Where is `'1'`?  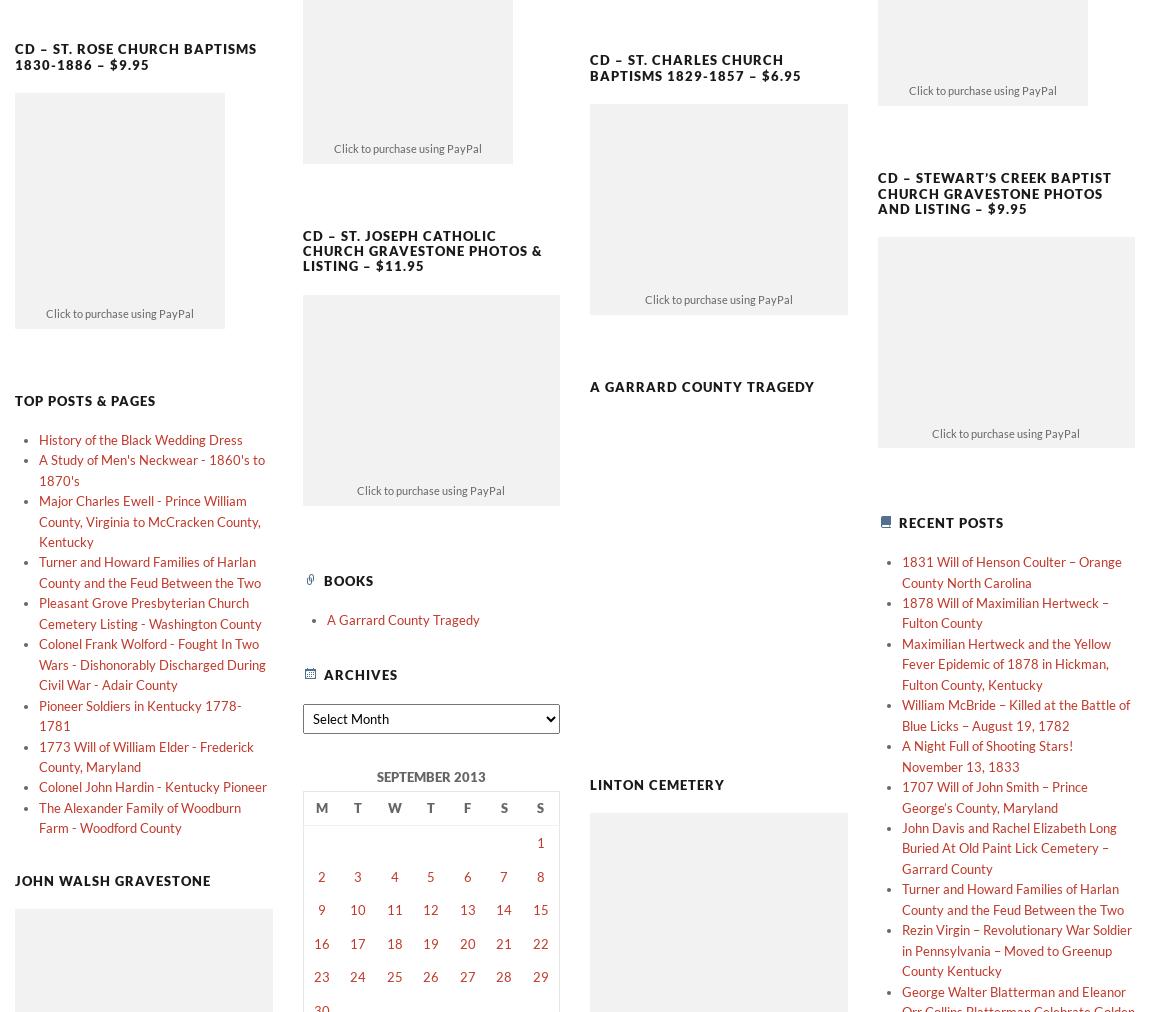
'1' is located at coordinates (536, 807).